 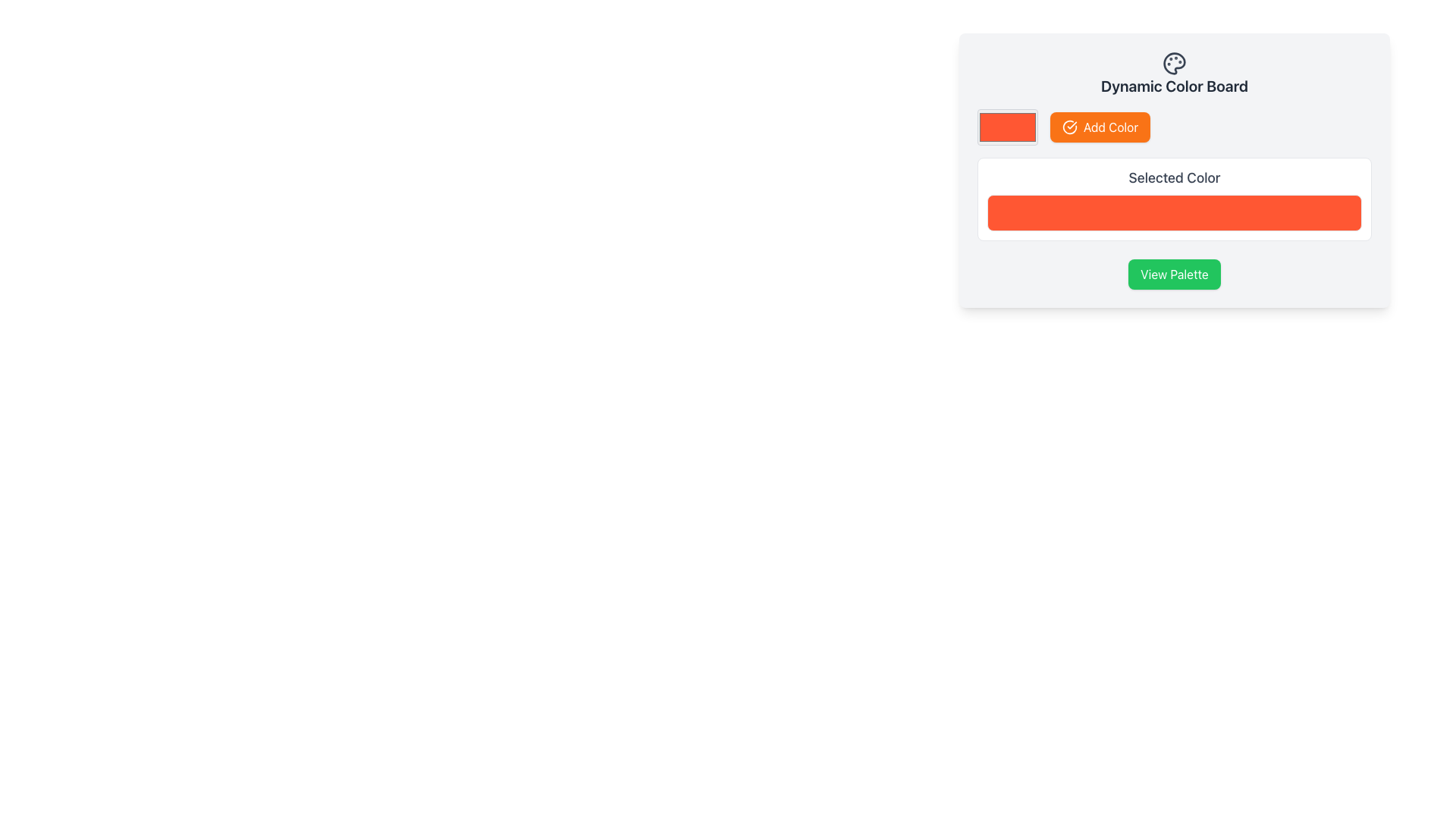 I want to click on the text label displaying 'Selected Color' in a large gray font, located centrally above the colored rectangle, so click(x=1174, y=177).